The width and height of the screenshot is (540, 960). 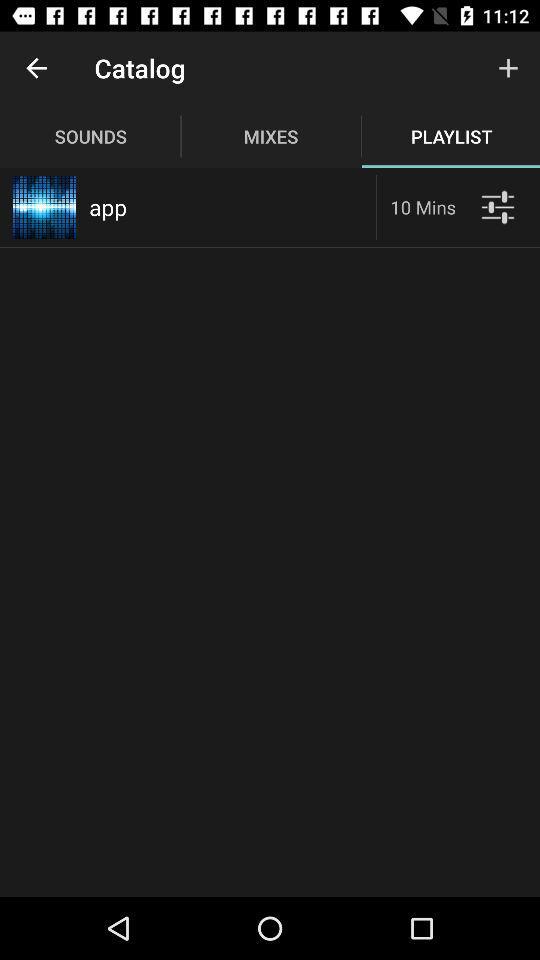 I want to click on the item above the sounds item, so click(x=36, y=68).